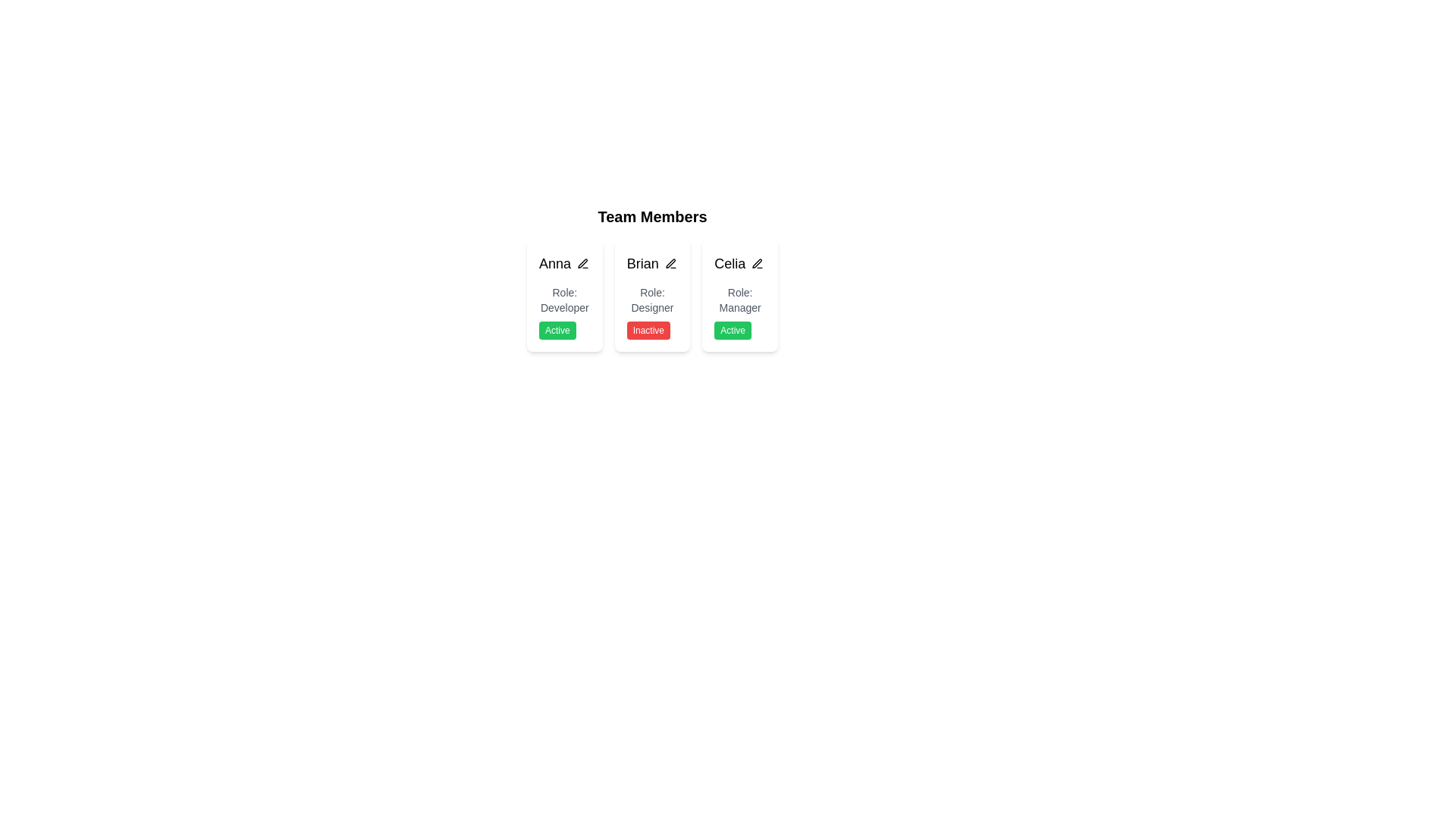  Describe the element at coordinates (670, 262) in the screenshot. I see `the pen icon located at the top-right corner of Brian's card to initiate the edit action for modifying details associated with the card content` at that location.